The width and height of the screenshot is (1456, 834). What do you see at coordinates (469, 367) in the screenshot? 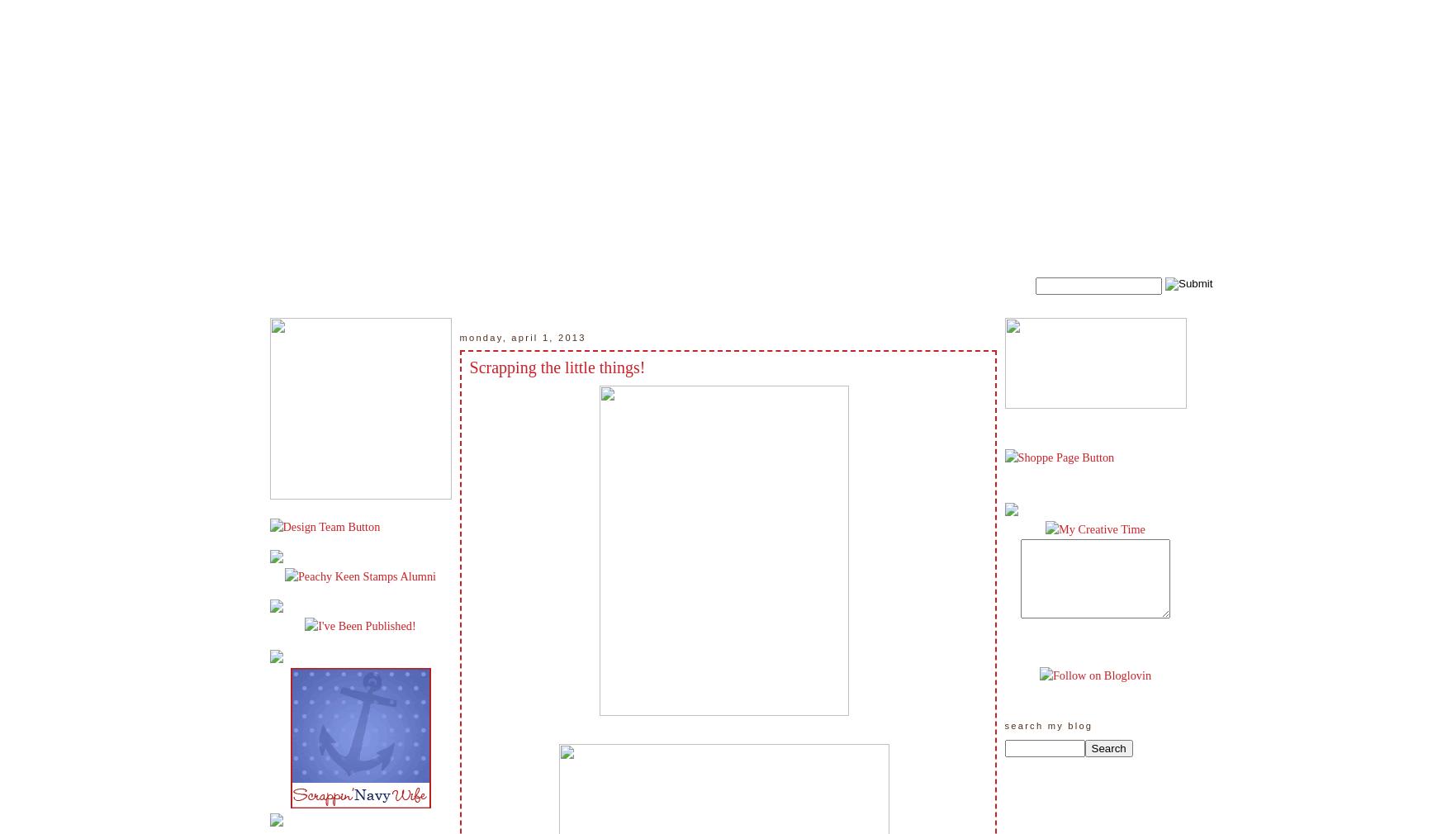
I see `'Scrapping the little things!'` at bounding box center [469, 367].